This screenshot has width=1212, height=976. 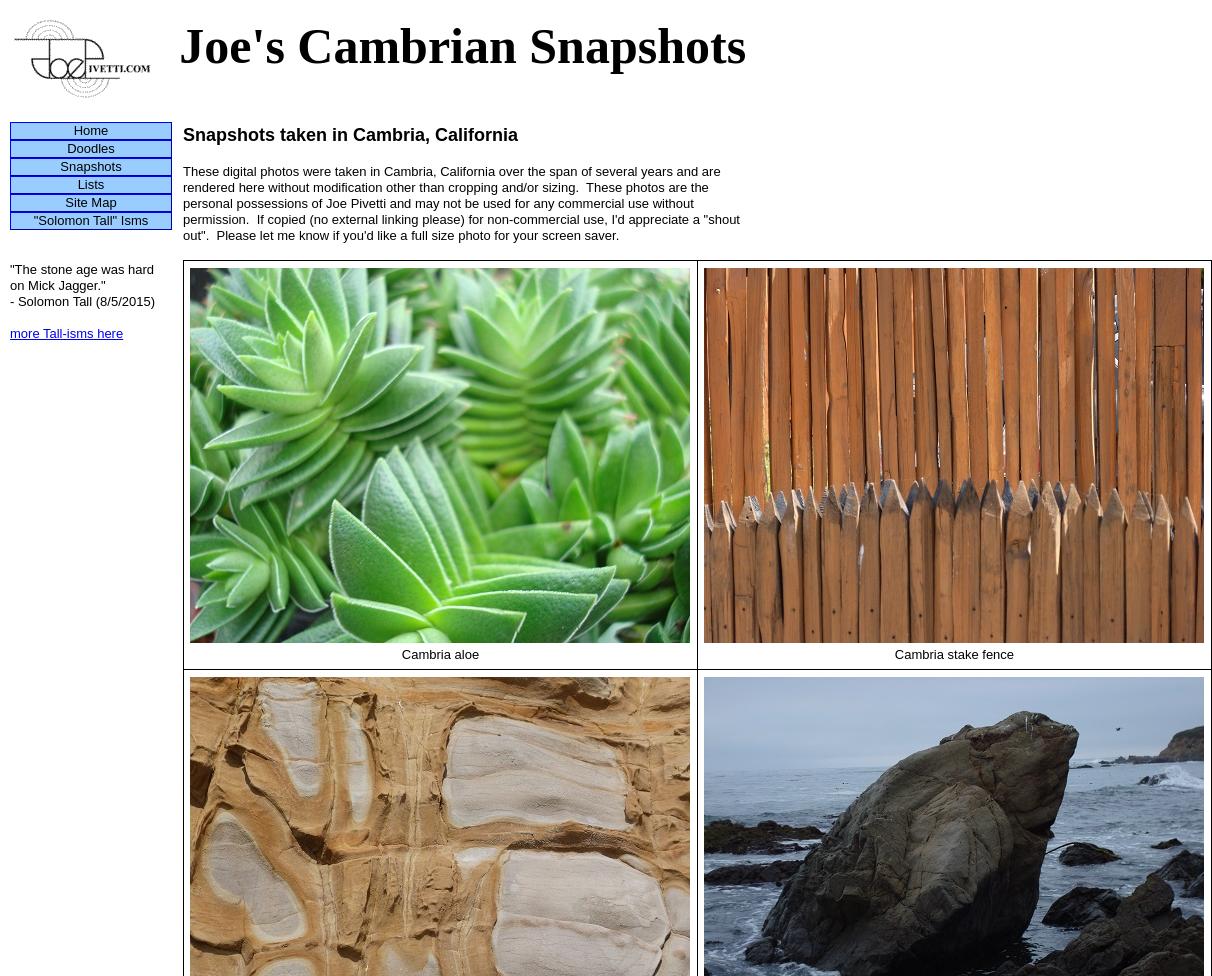 What do you see at coordinates (82, 277) in the screenshot?
I see `'"The stone age was hard on Mick Jagger."'` at bounding box center [82, 277].